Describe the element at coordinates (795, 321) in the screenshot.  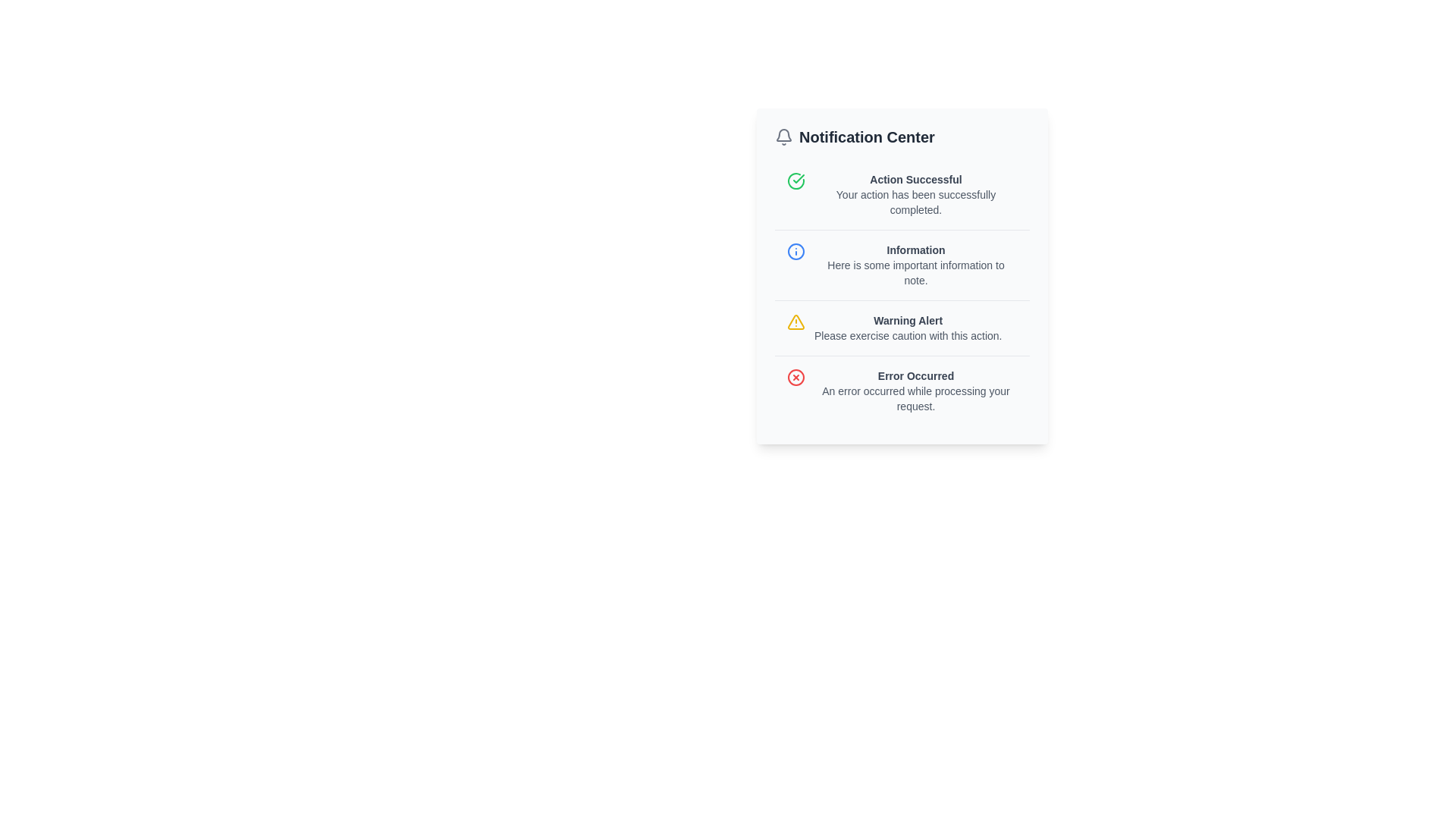
I see `the warning alert icon located to the left of the 'Warning Alert' title in the third notification panel` at that location.